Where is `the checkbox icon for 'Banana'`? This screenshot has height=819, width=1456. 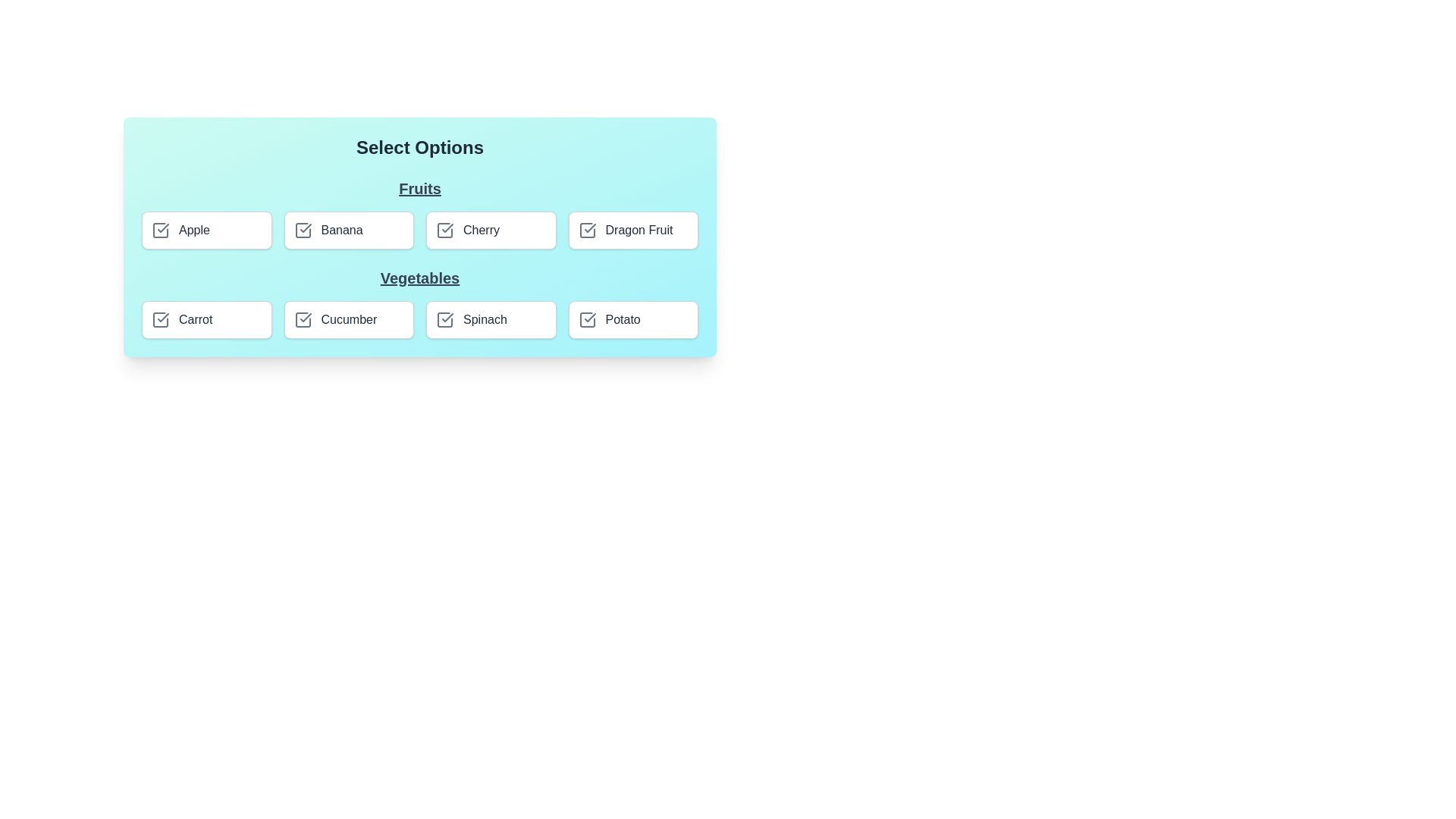
the checkbox icon for 'Banana' is located at coordinates (303, 231).